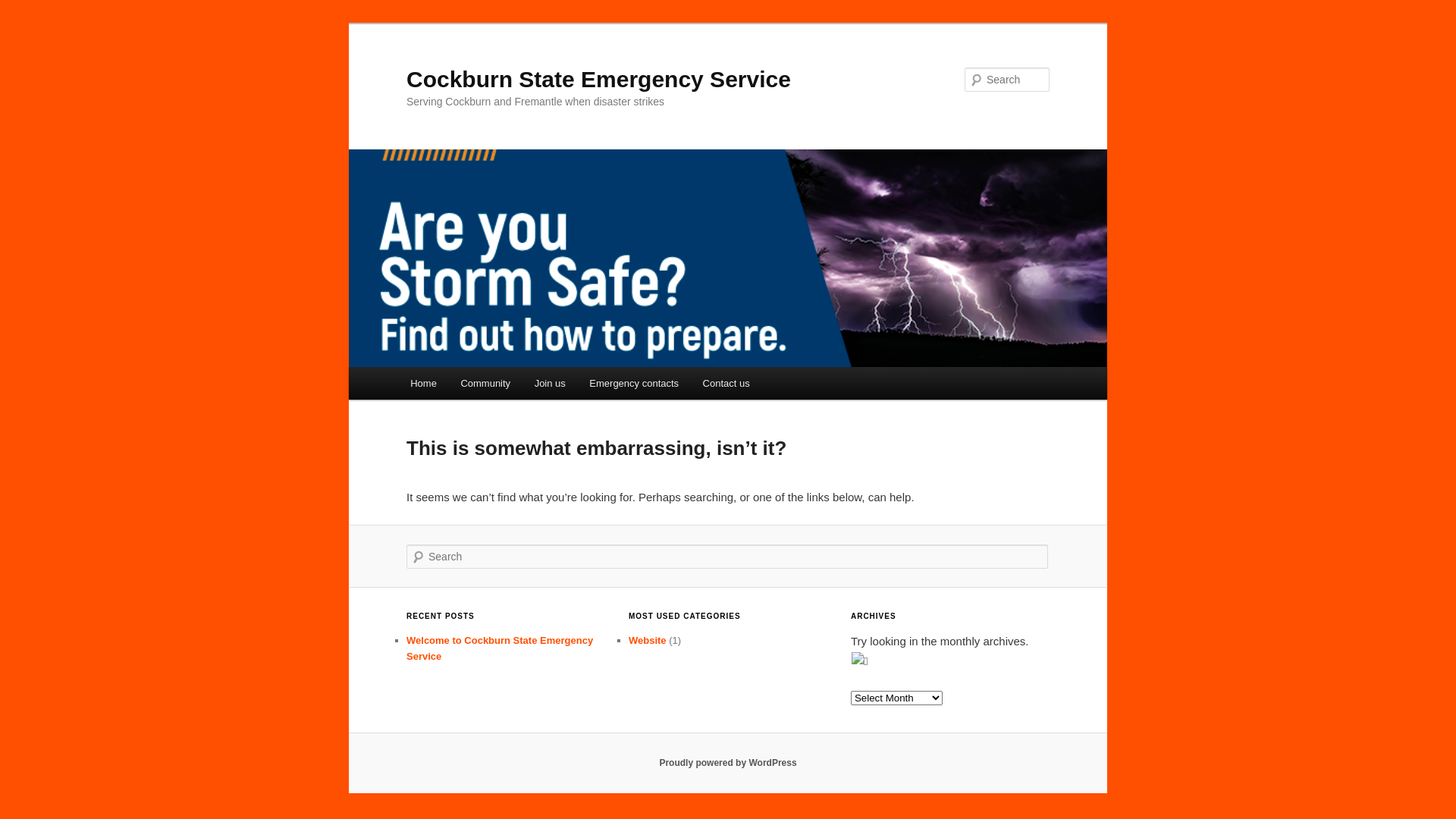 This screenshot has height=819, width=1456. I want to click on 'Welcome to Cockburn State Emergency Service', so click(499, 648).